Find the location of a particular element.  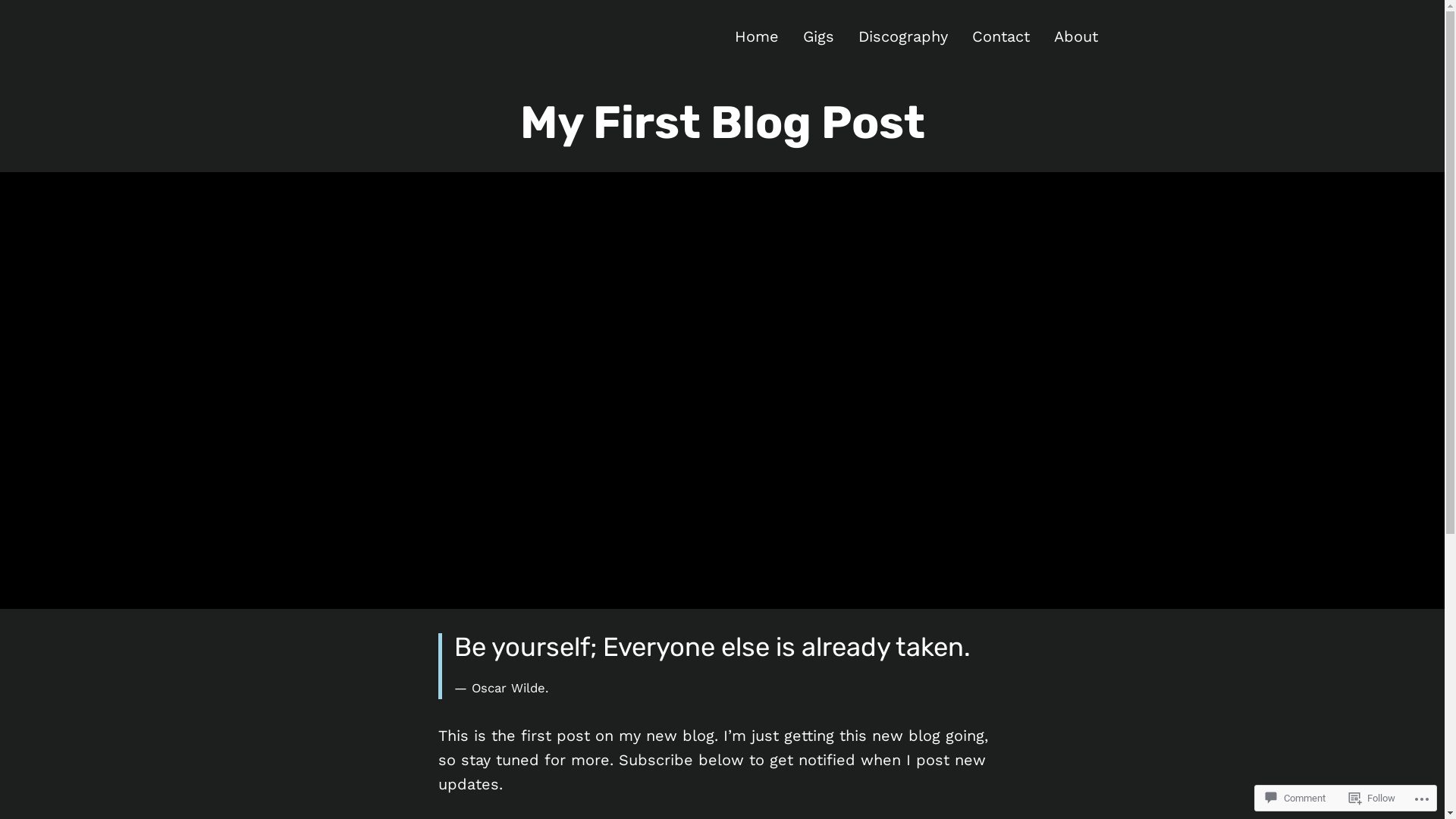

'Contact' is located at coordinates (1001, 35).